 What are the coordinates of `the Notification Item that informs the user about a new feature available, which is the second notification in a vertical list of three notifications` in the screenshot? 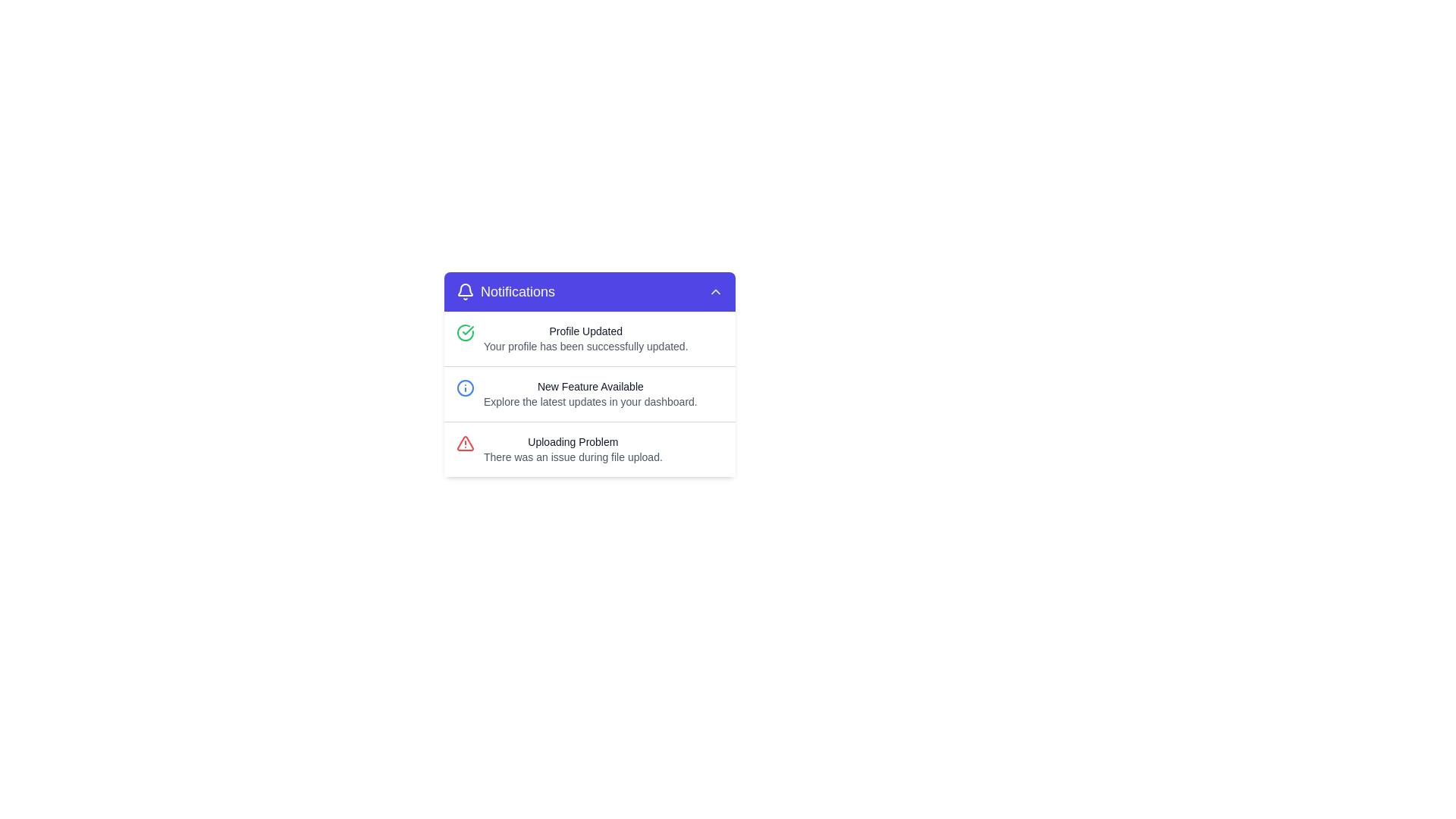 It's located at (588, 393).